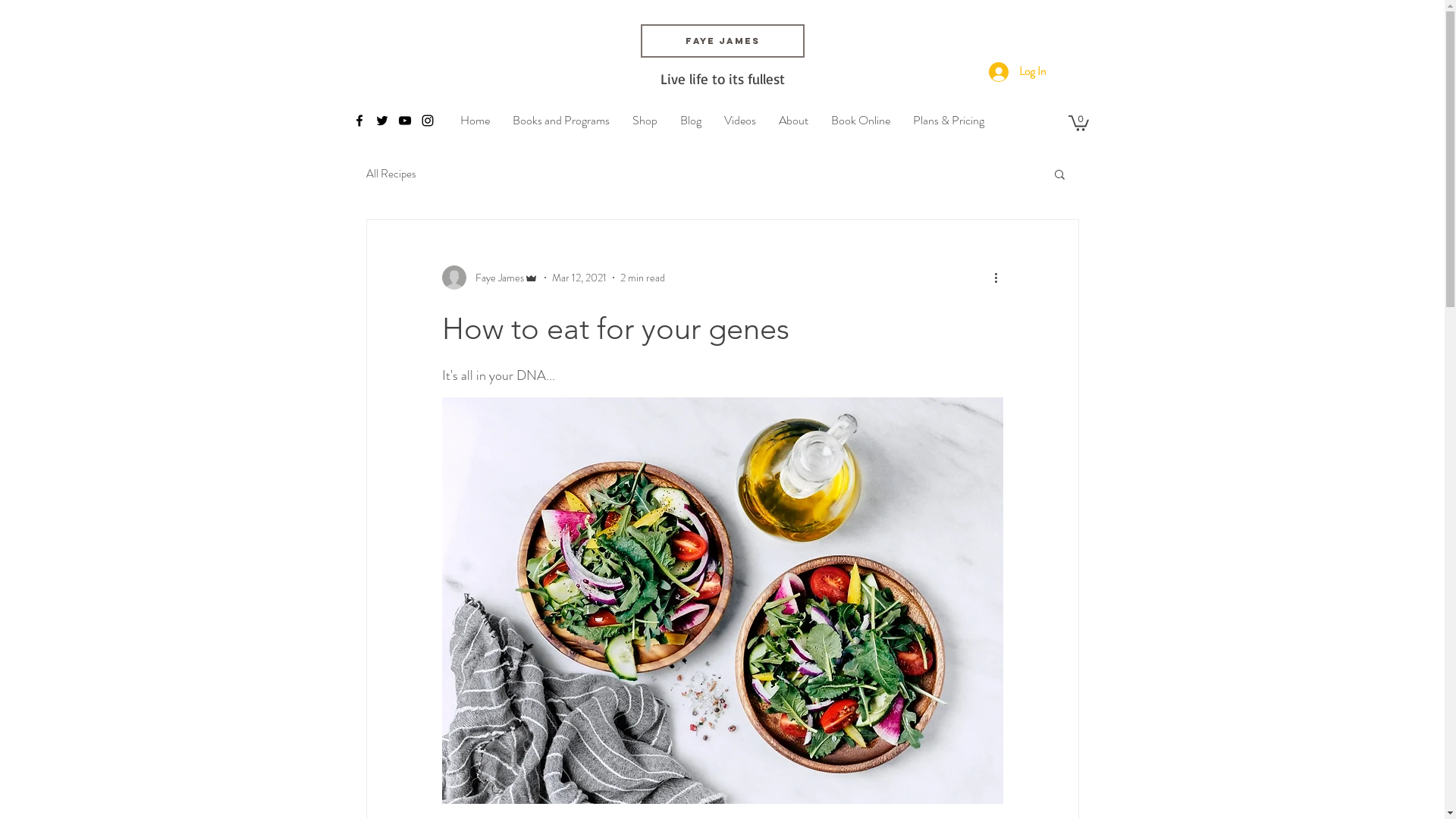 The image size is (1456, 819). What do you see at coordinates (720, 79) in the screenshot?
I see `'Live life to its fullest'` at bounding box center [720, 79].